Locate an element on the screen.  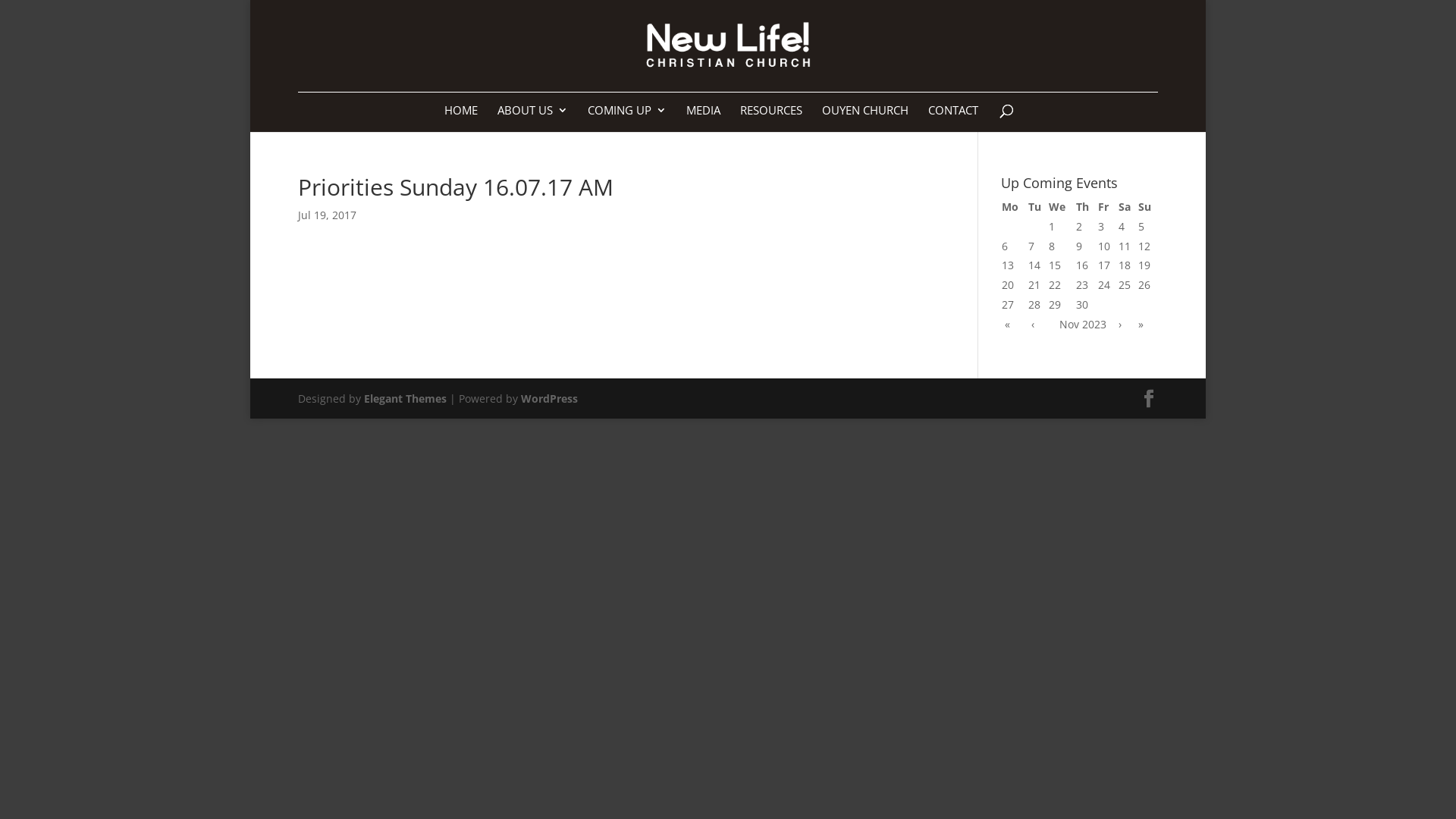
'COMING UP' is located at coordinates (626, 117).